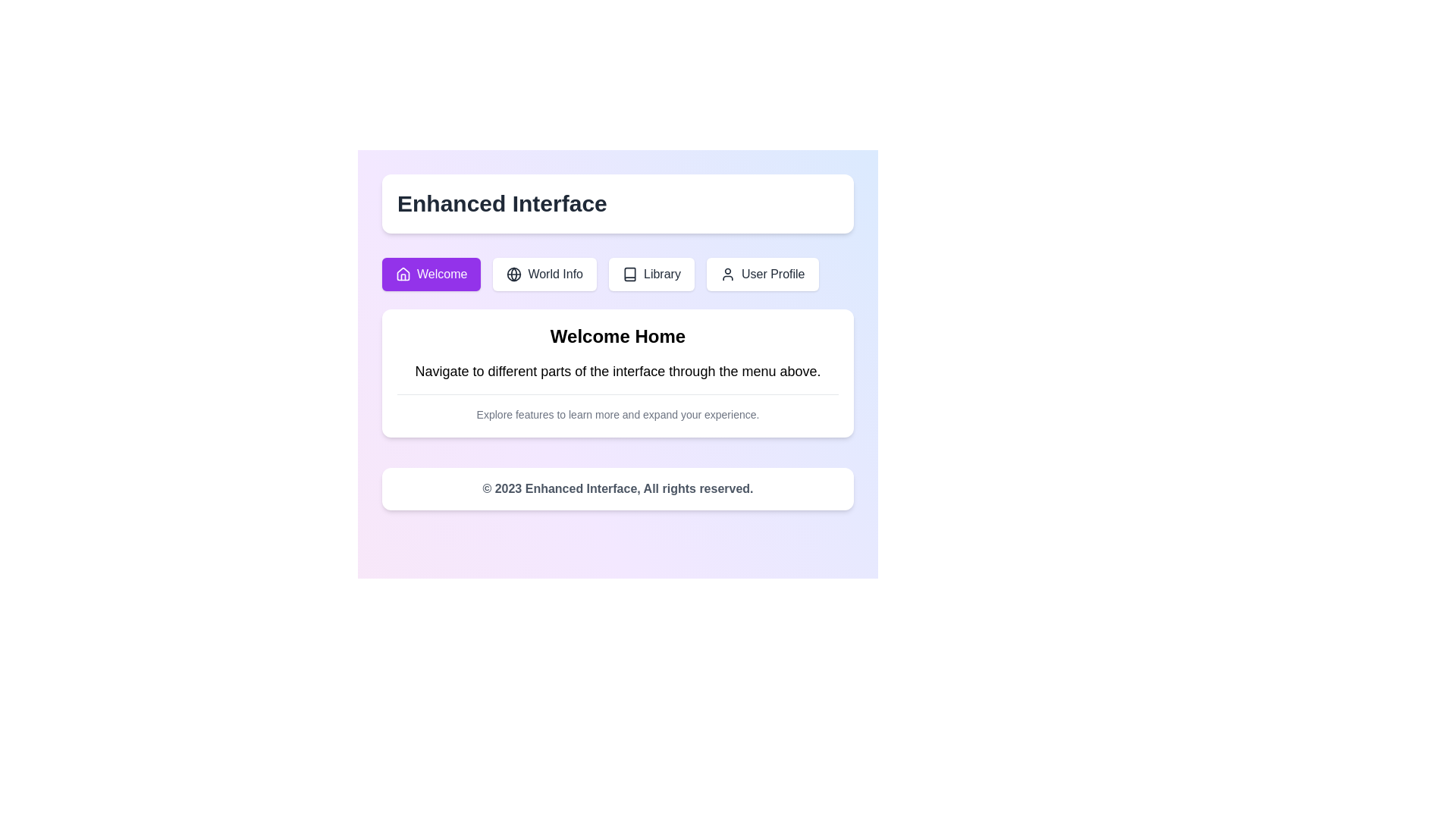 This screenshot has height=819, width=1456. Describe the element at coordinates (431, 274) in the screenshot. I see `the 'Welcome' navigation button located in the upper left portion of the interface using keyboard navigation` at that location.